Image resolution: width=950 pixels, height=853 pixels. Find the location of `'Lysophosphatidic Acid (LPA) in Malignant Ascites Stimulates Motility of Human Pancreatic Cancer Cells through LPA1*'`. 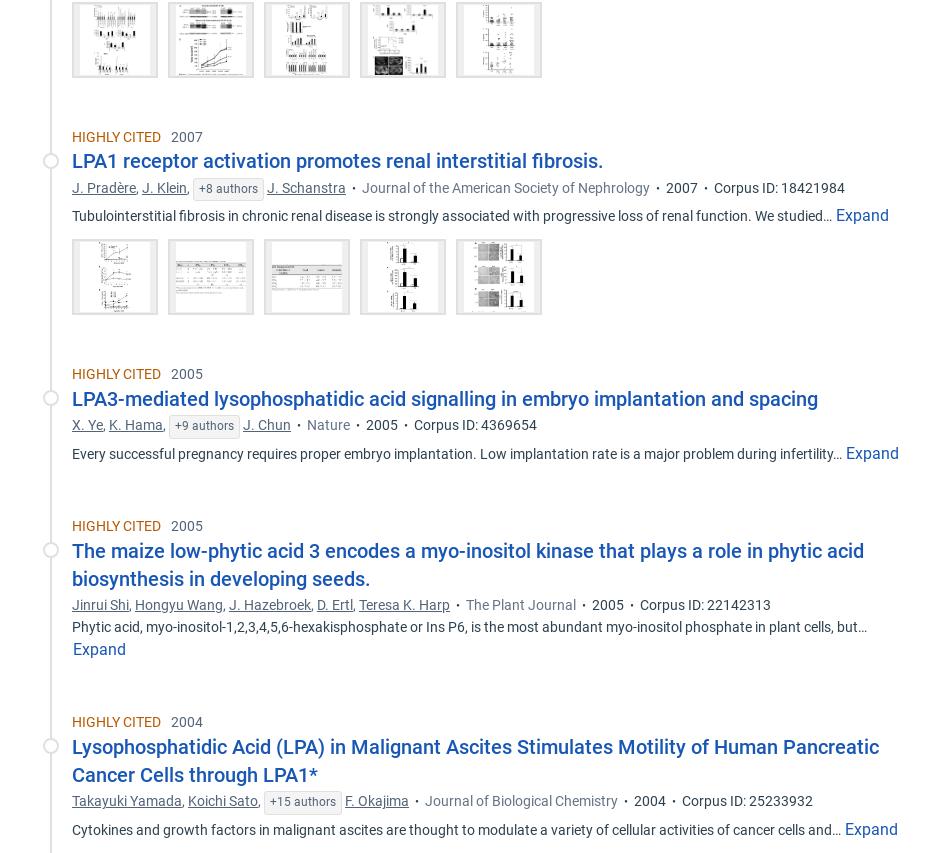

'Lysophosphatidic Acid (LPA) in Malignant Ascites Stimulates Motility of Human Pancreatic Cancer Cells through LPA1*' is located at coordinates (475, 760).